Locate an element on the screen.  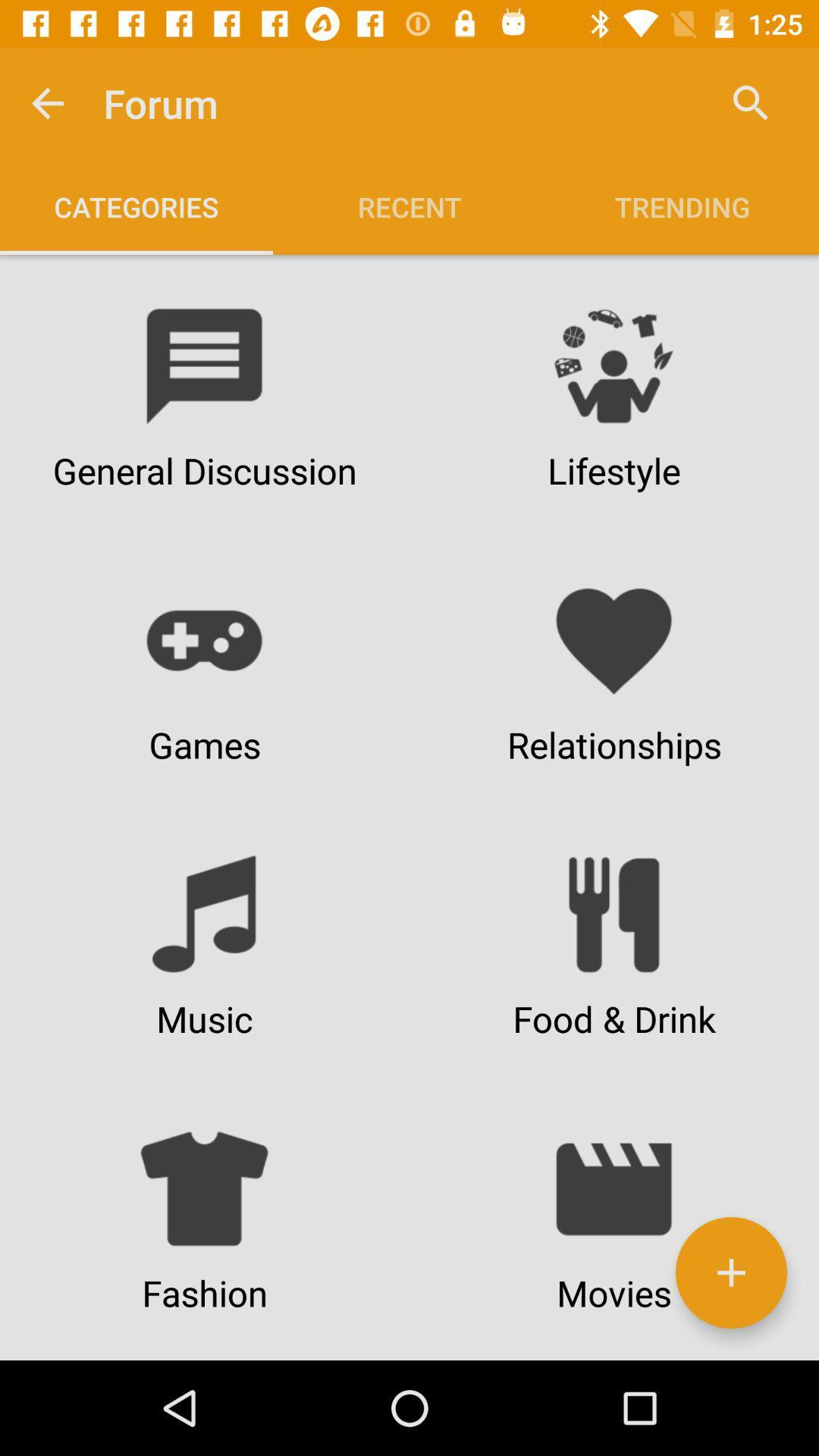
the icon next to fashion item is located at coordinates (730, 1272).